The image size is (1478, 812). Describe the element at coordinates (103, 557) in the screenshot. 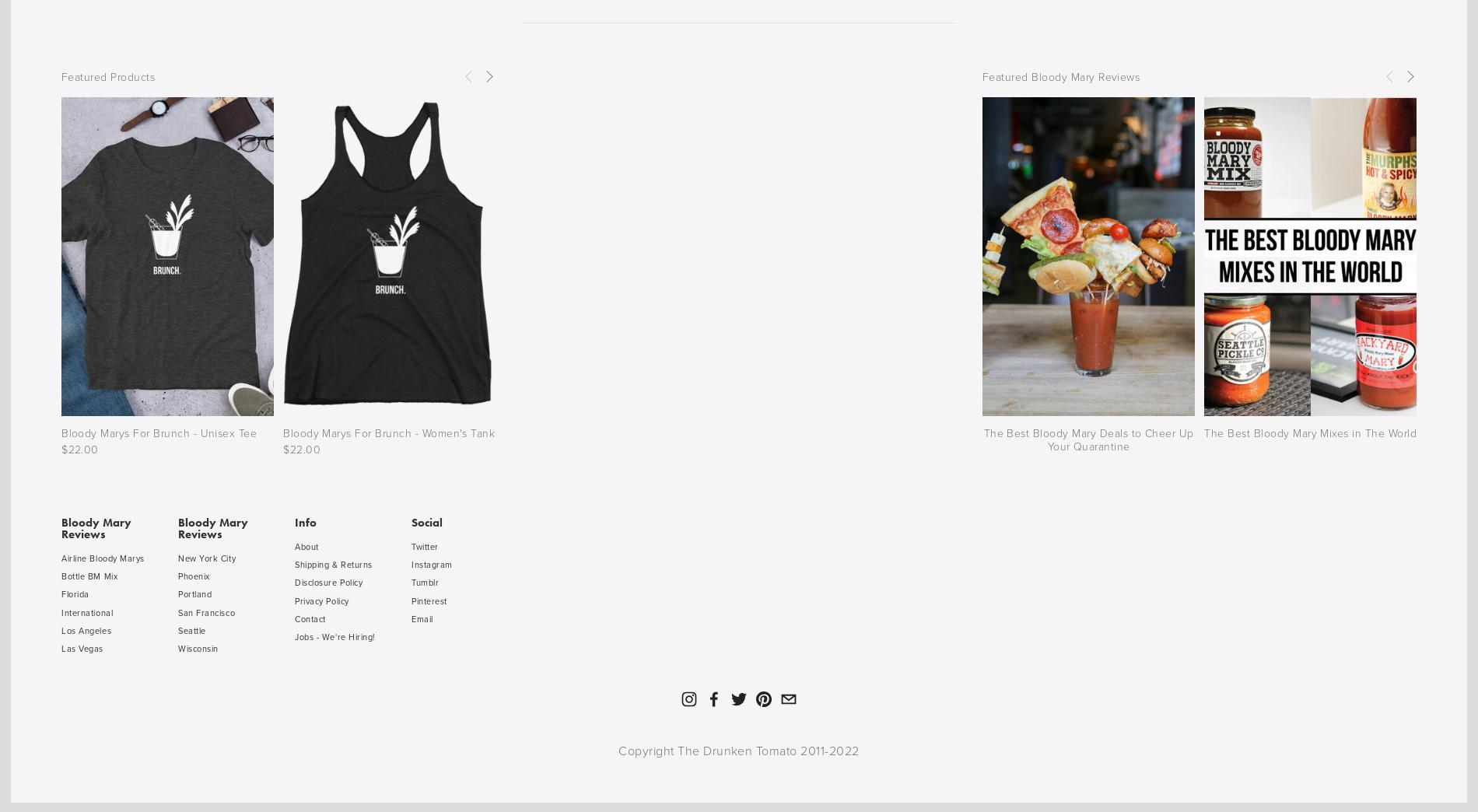

I see `'Airline Bloody Marys'` at that location.